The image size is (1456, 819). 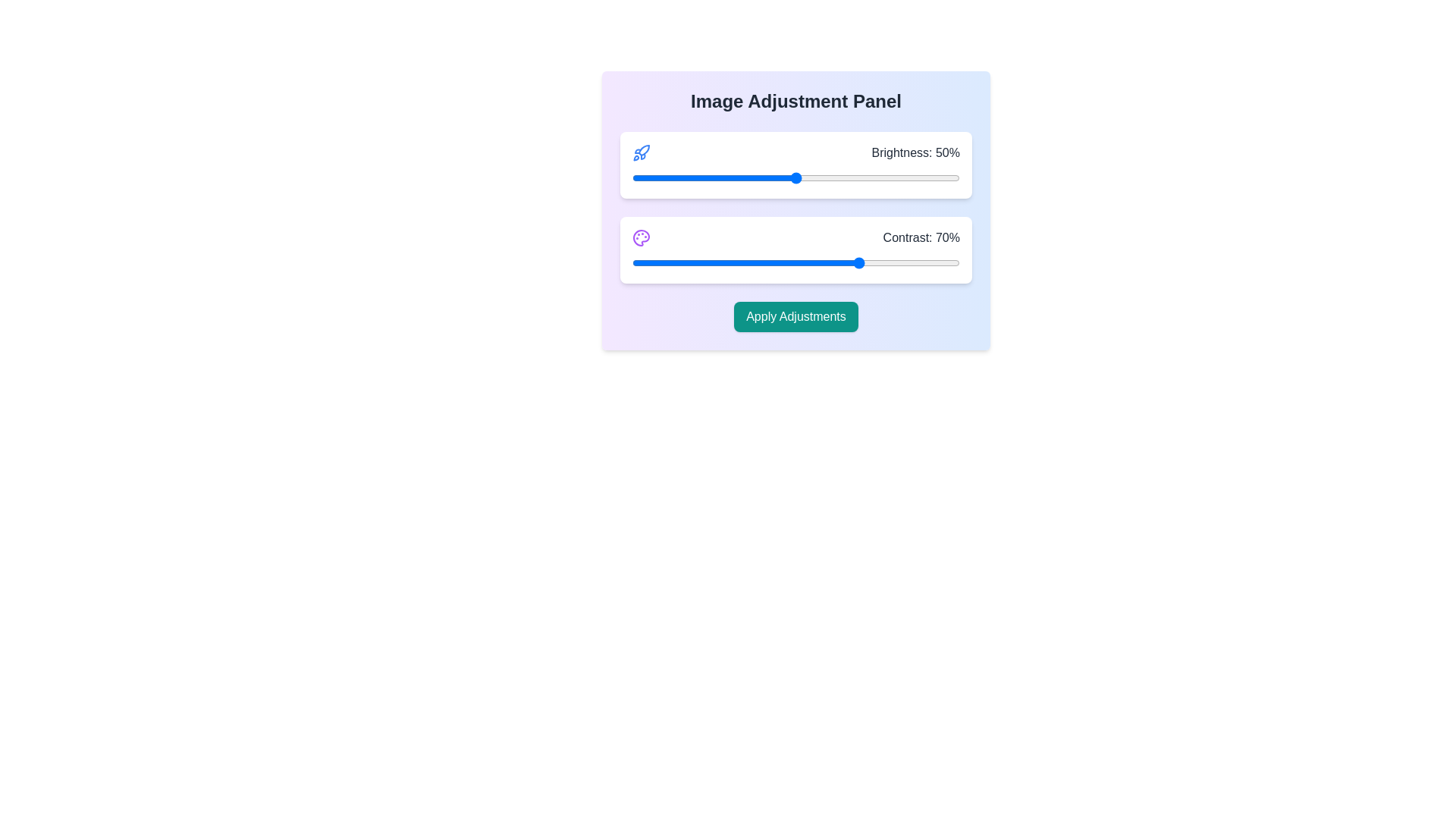 I want to click on the contrast slider to 0%, so click(x=632, y=262).